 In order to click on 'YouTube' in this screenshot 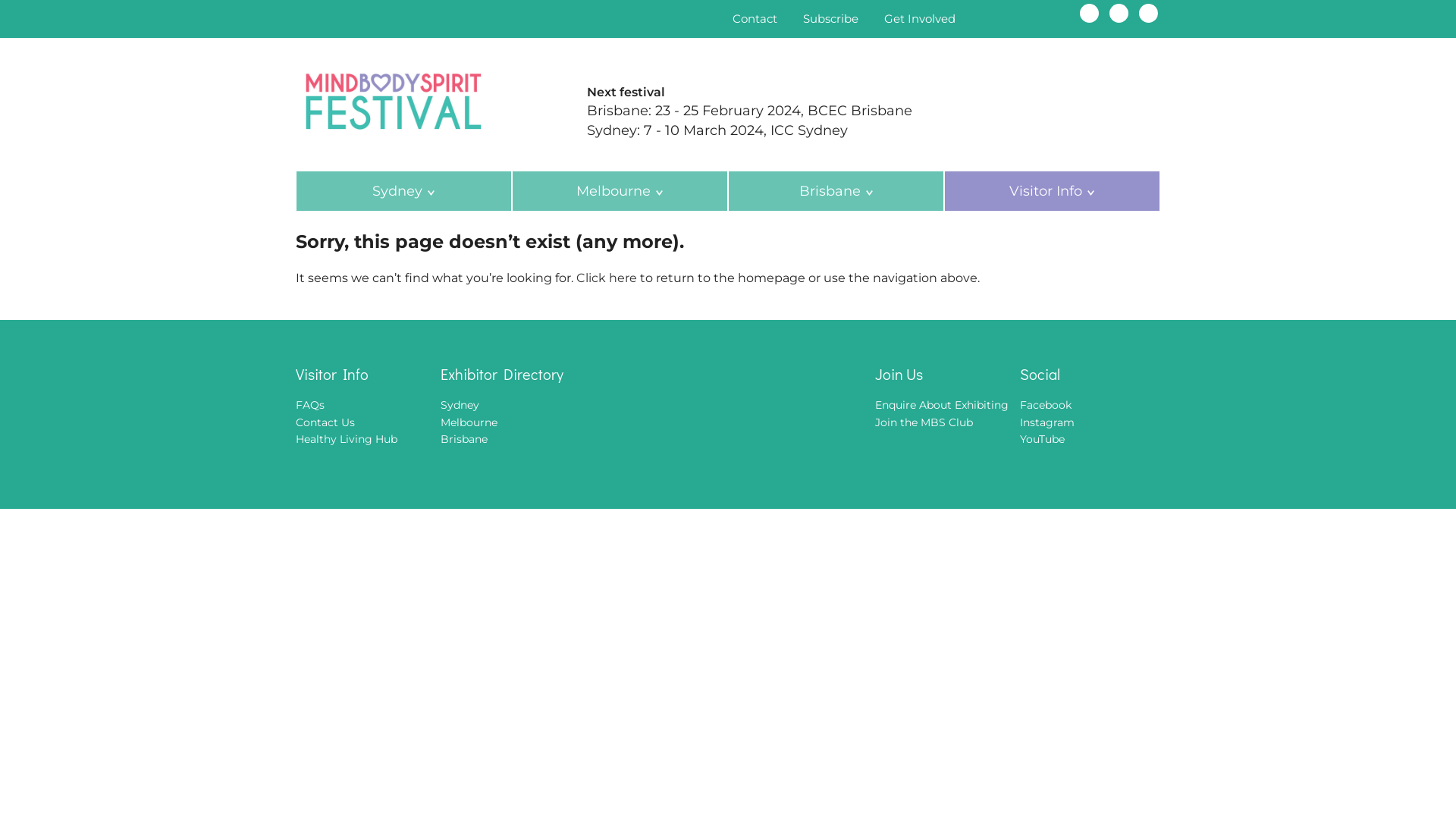, I will do `click(1139, 13)`.